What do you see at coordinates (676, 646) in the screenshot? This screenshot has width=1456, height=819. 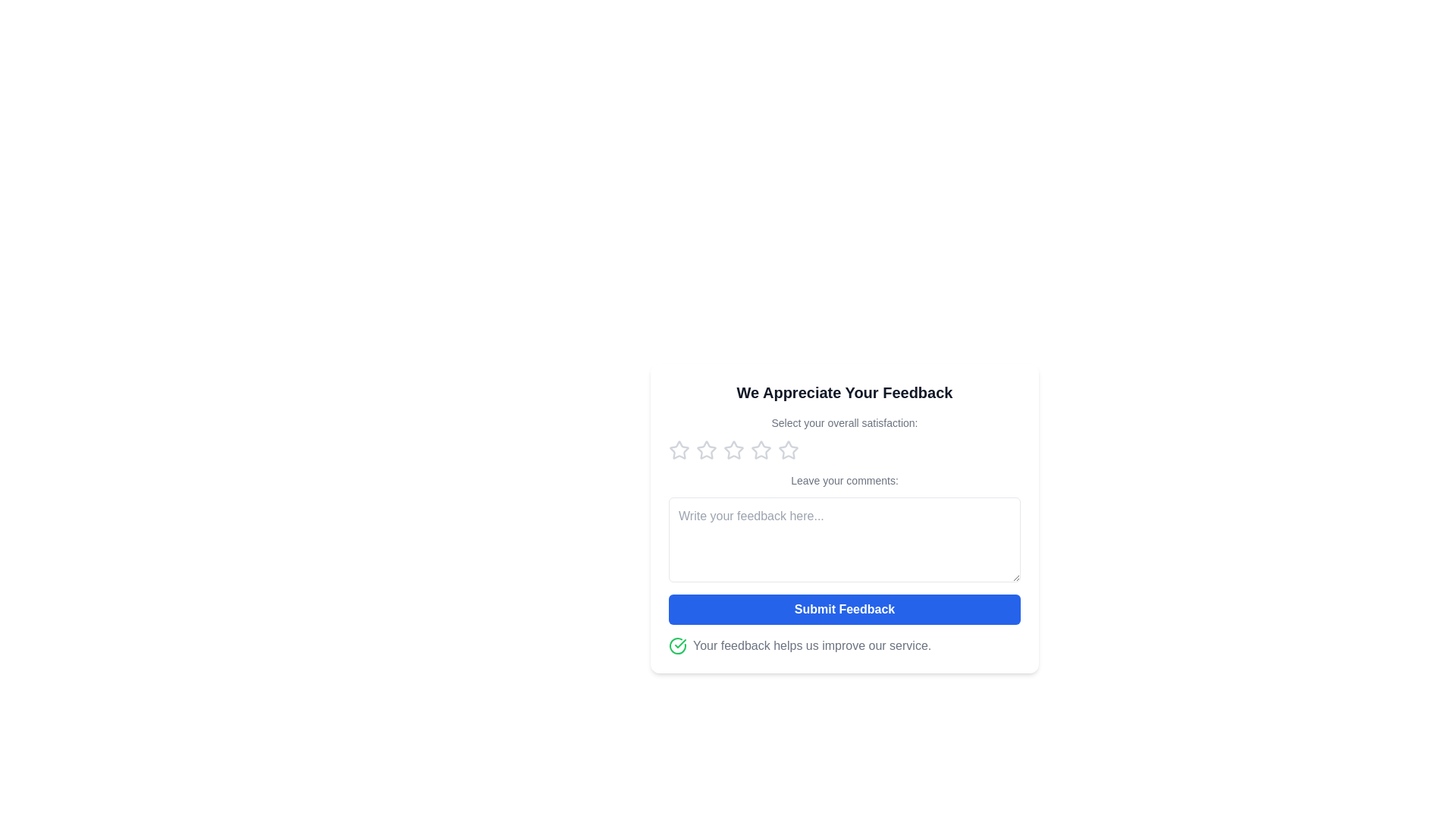 I see `the circular icon with a green checkmark indicating success, located at the bottom-left corner of the card interface, preceding the text 'Your feedback helps us improve our service.'` at bounding box center [676, 646].